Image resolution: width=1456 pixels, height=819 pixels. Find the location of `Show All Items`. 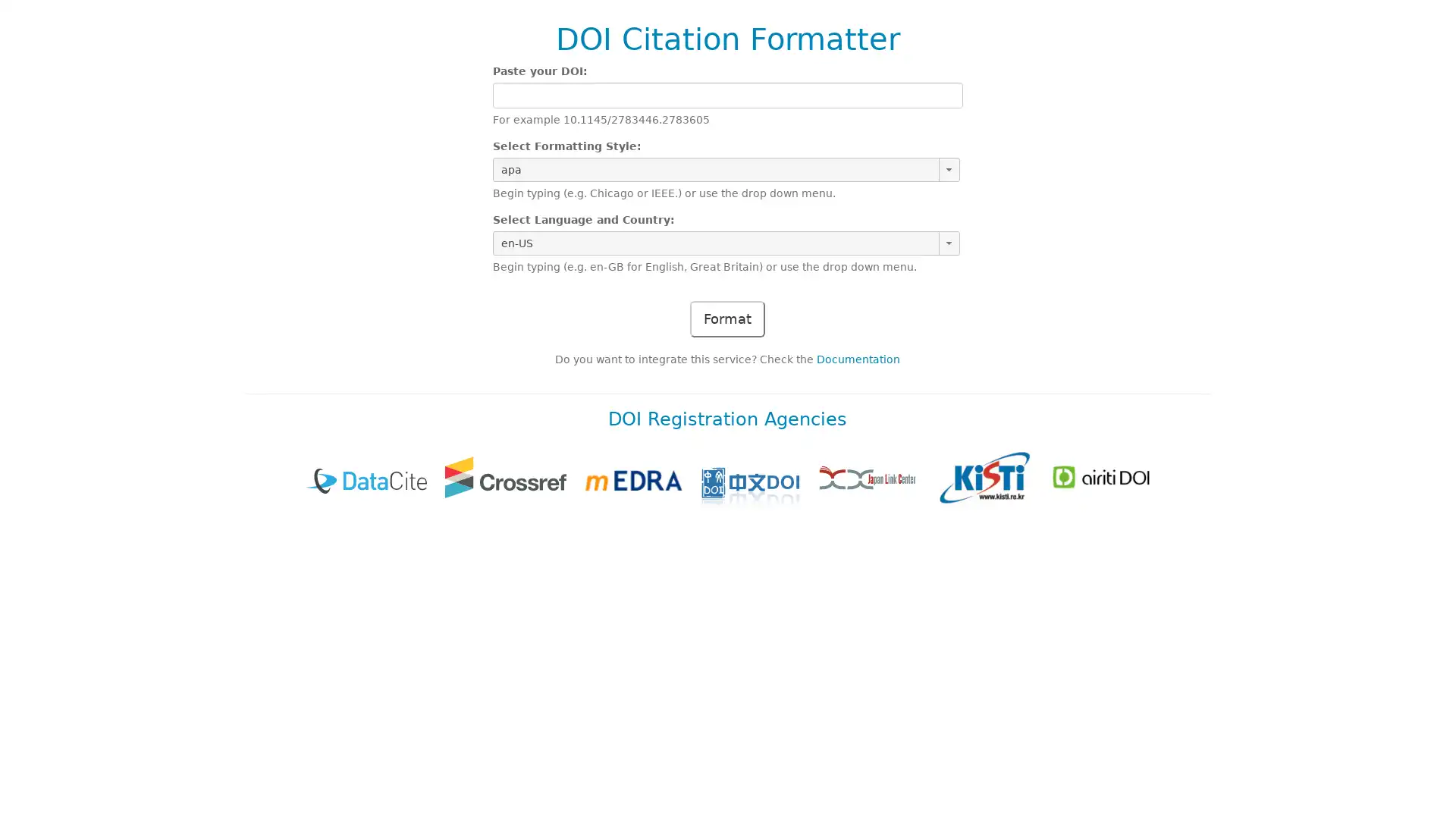

Show All Items is located at coordinates (948, 169).